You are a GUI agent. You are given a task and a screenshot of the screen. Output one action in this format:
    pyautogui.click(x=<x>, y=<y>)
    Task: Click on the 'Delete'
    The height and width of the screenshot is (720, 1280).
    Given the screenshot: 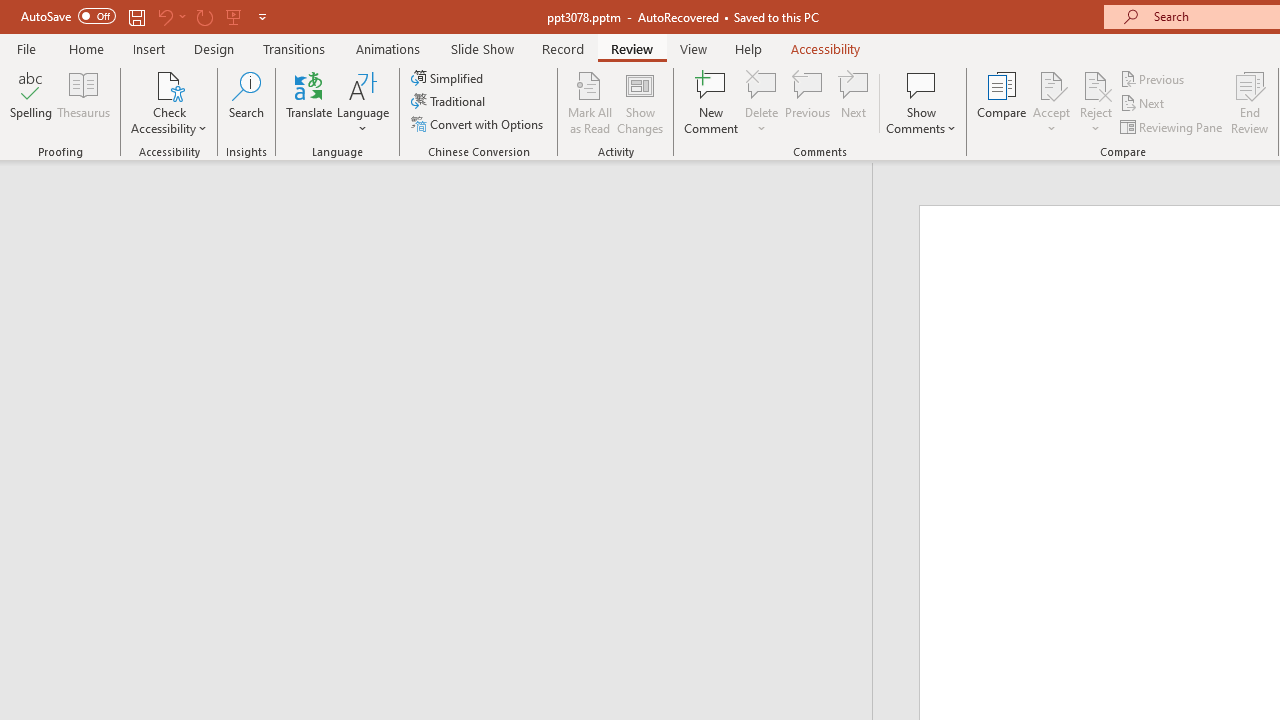 What is the action you would take?
    pyautogui.click(x=761, y=84)
    